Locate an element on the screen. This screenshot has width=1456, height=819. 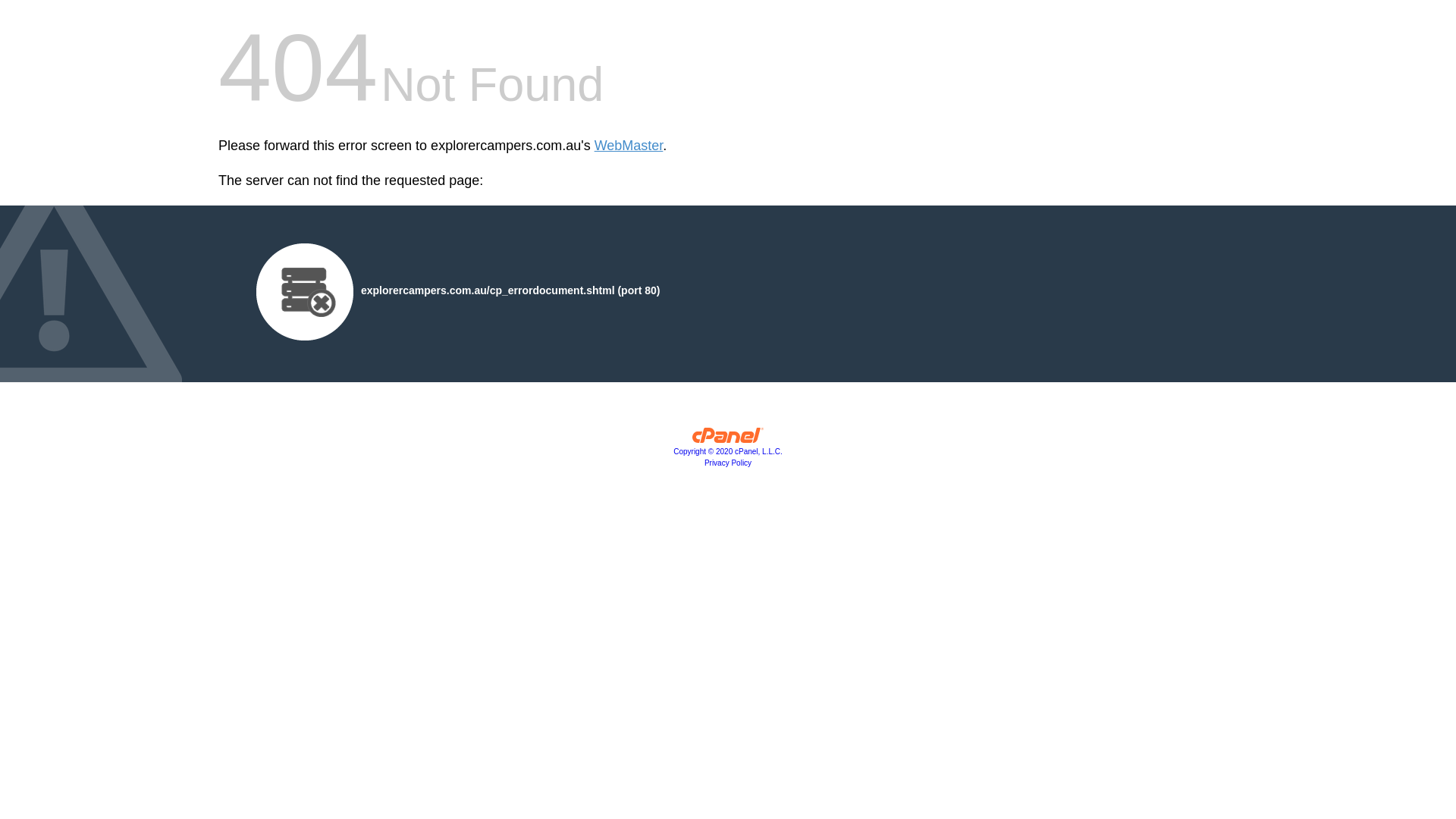
'Privacy Policy' is located at coordinates (704, 462).